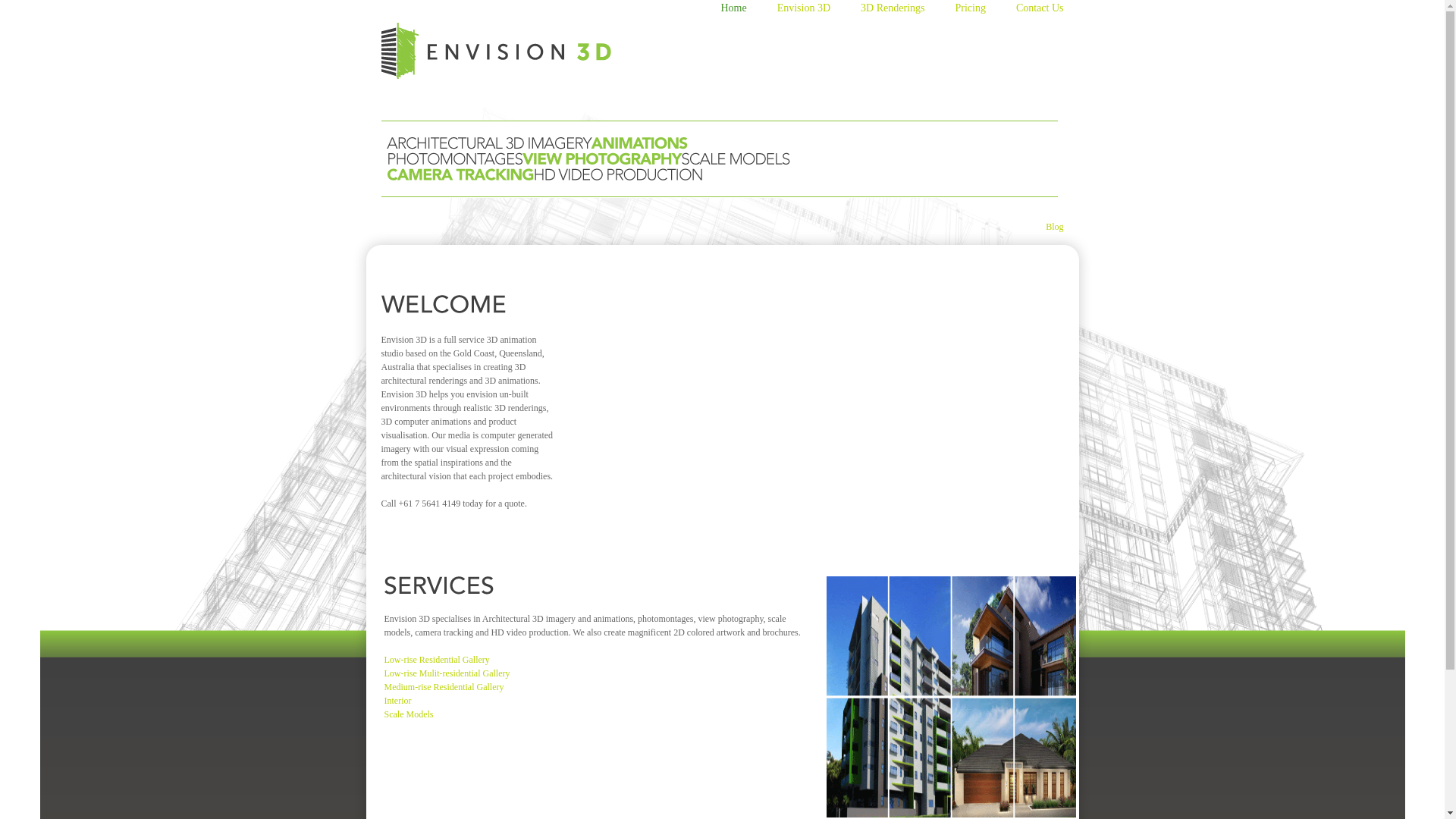  Describe the element at coordinates (1046, 10) in the screenshot. I see `'Contact Us'` at that location.